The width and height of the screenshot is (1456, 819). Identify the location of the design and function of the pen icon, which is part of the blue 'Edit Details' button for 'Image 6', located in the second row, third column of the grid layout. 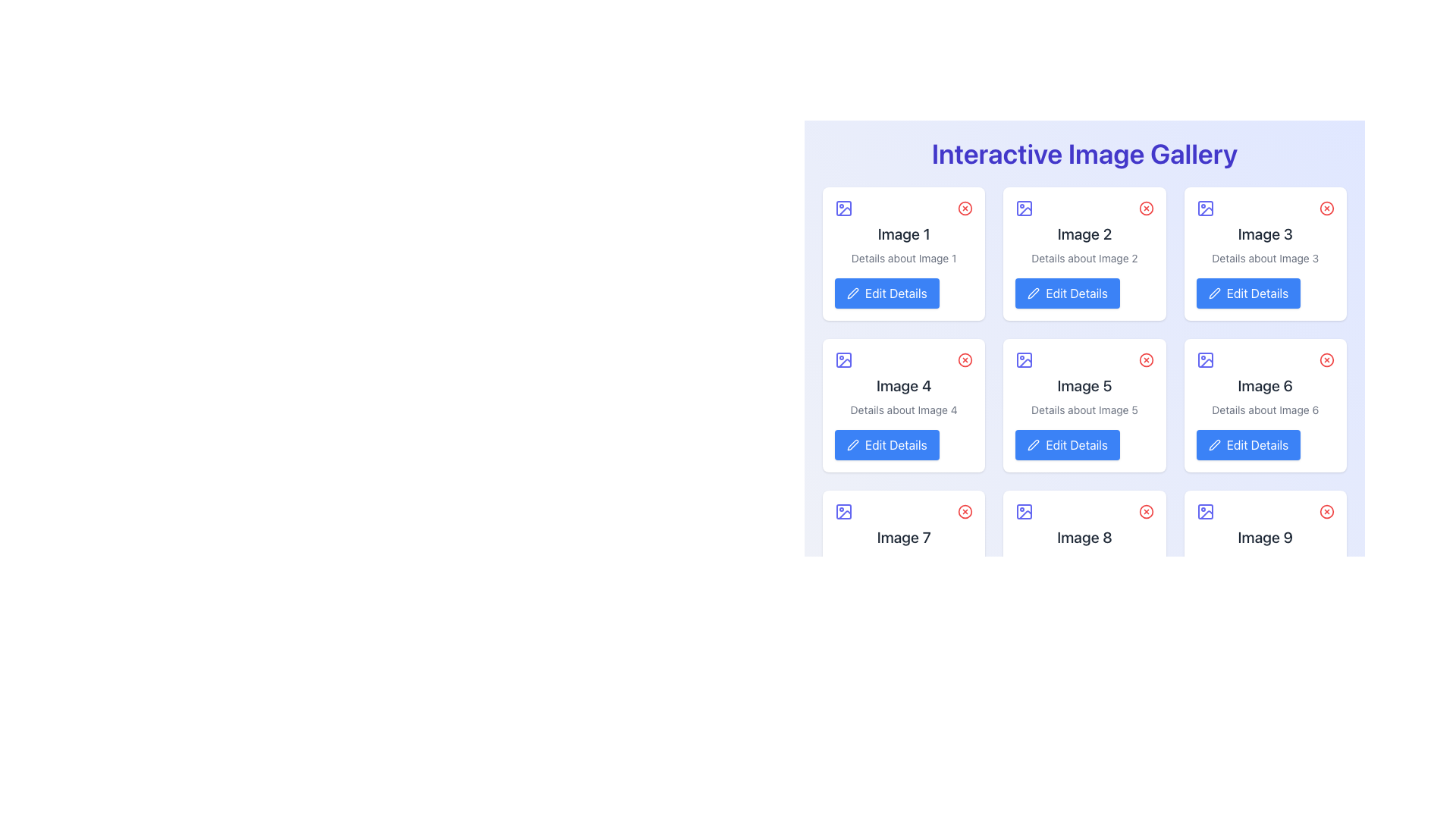
(1214, 444).